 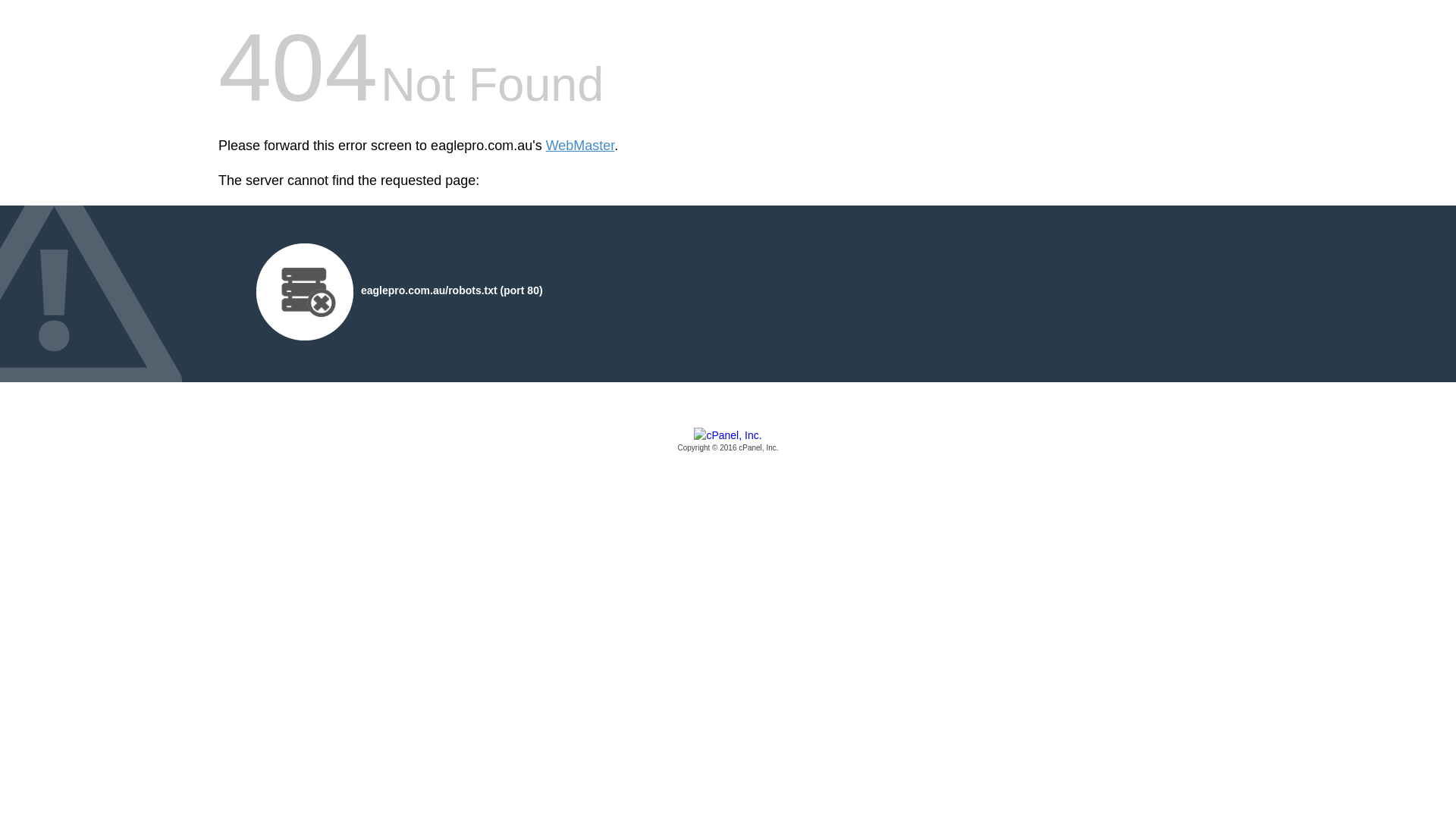 I want to click on 'WebMaster', so click(x=579, y=146).